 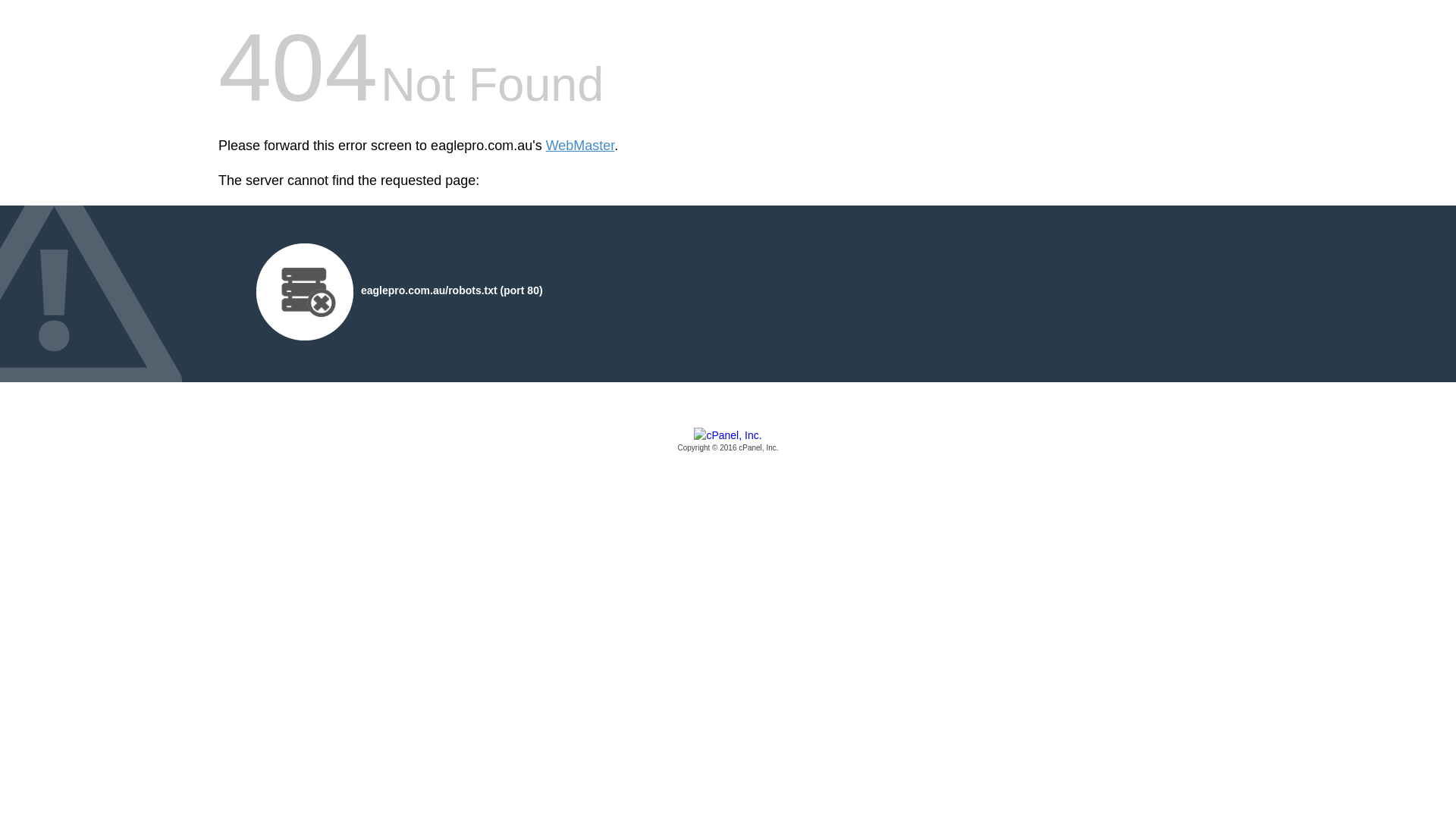 I want to click on 'WebMaster', so click(x=579, y=146).